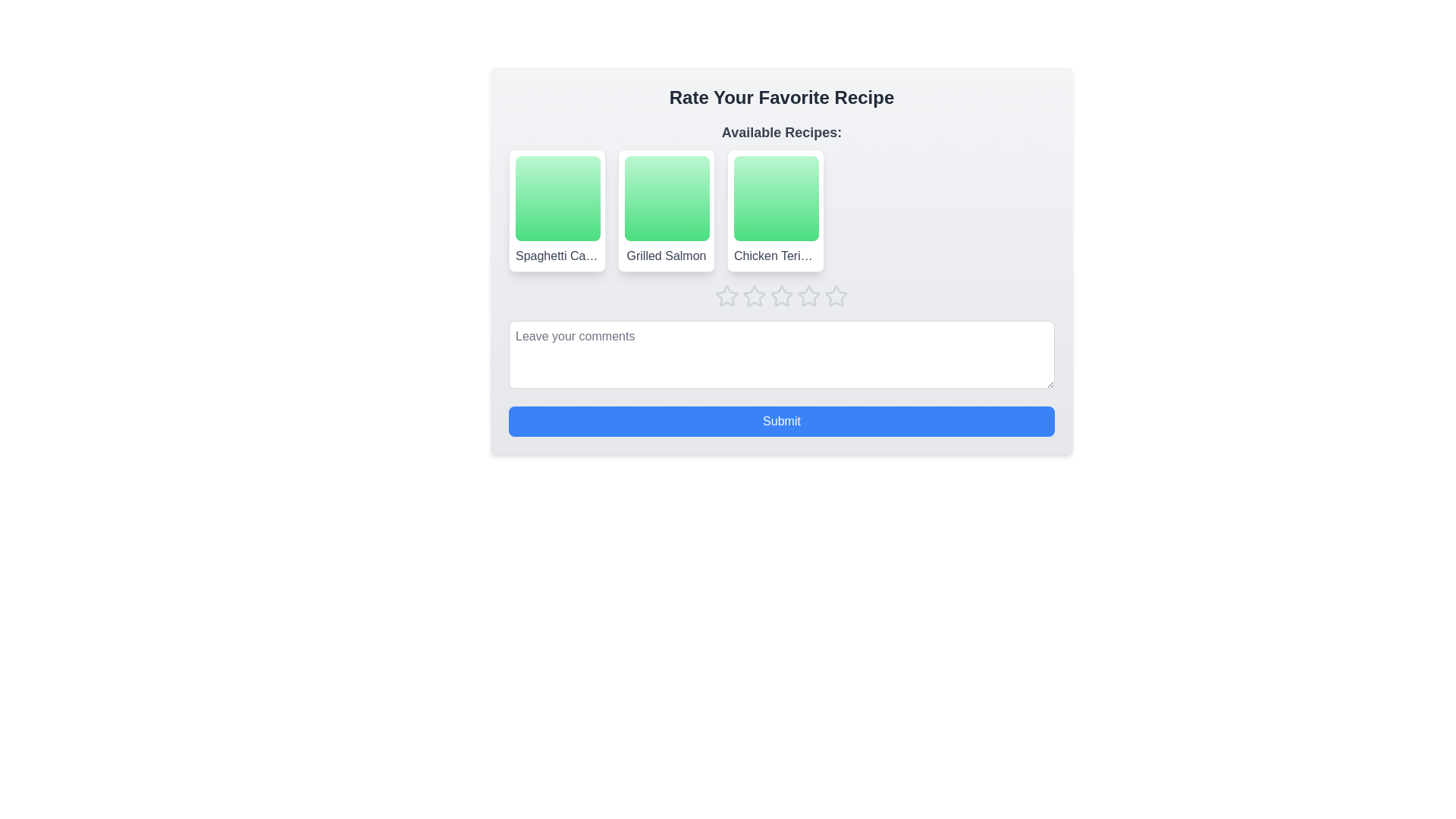  What do you see at coordinates (557, 198) in the screenshot?
I see `the Decorative display area, which is a square with a gradient background transitioning from light green to dark green, located at the top of the recipe selection card for 'Spaghetti Carbonara'` at bounding box center [557, 198].